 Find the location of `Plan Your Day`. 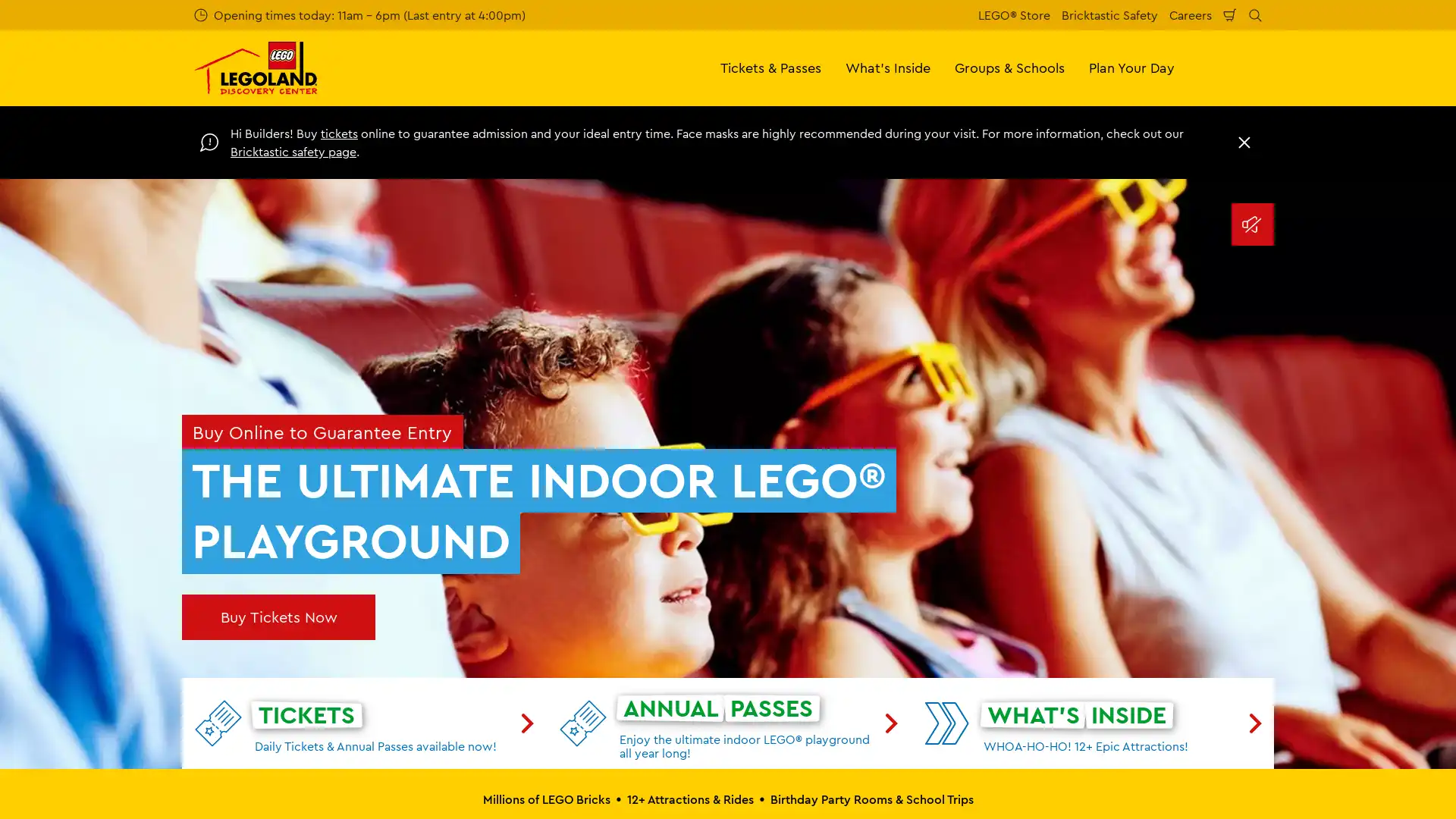

Plan Your Day is located at coordinates (1131, 67).